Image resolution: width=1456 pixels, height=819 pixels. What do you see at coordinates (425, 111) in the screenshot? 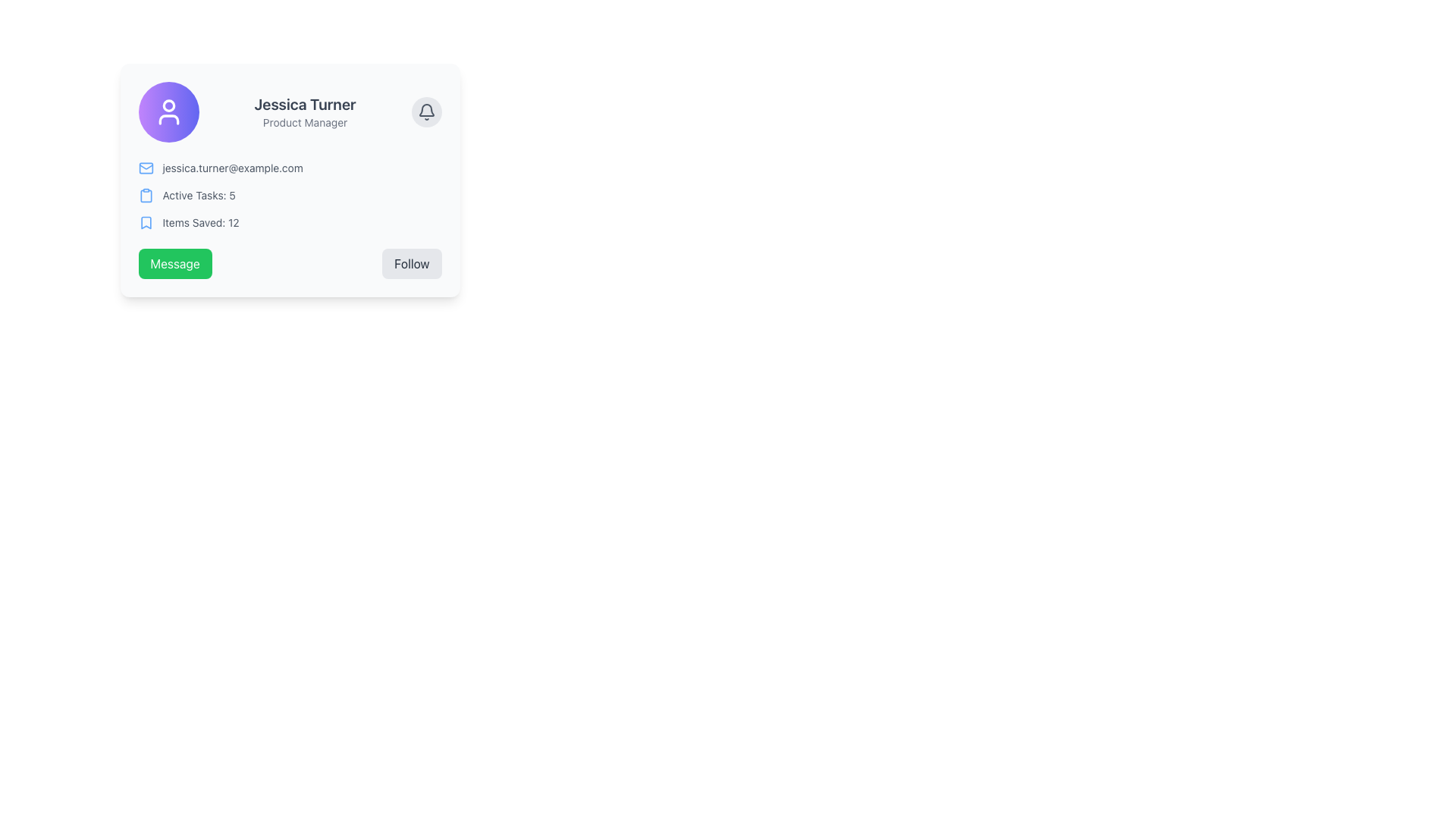
I see `the notification toggle button located at the top-right of the user information card, adjacent to 'Jessica Turner'` at bounding box center [425, 111].